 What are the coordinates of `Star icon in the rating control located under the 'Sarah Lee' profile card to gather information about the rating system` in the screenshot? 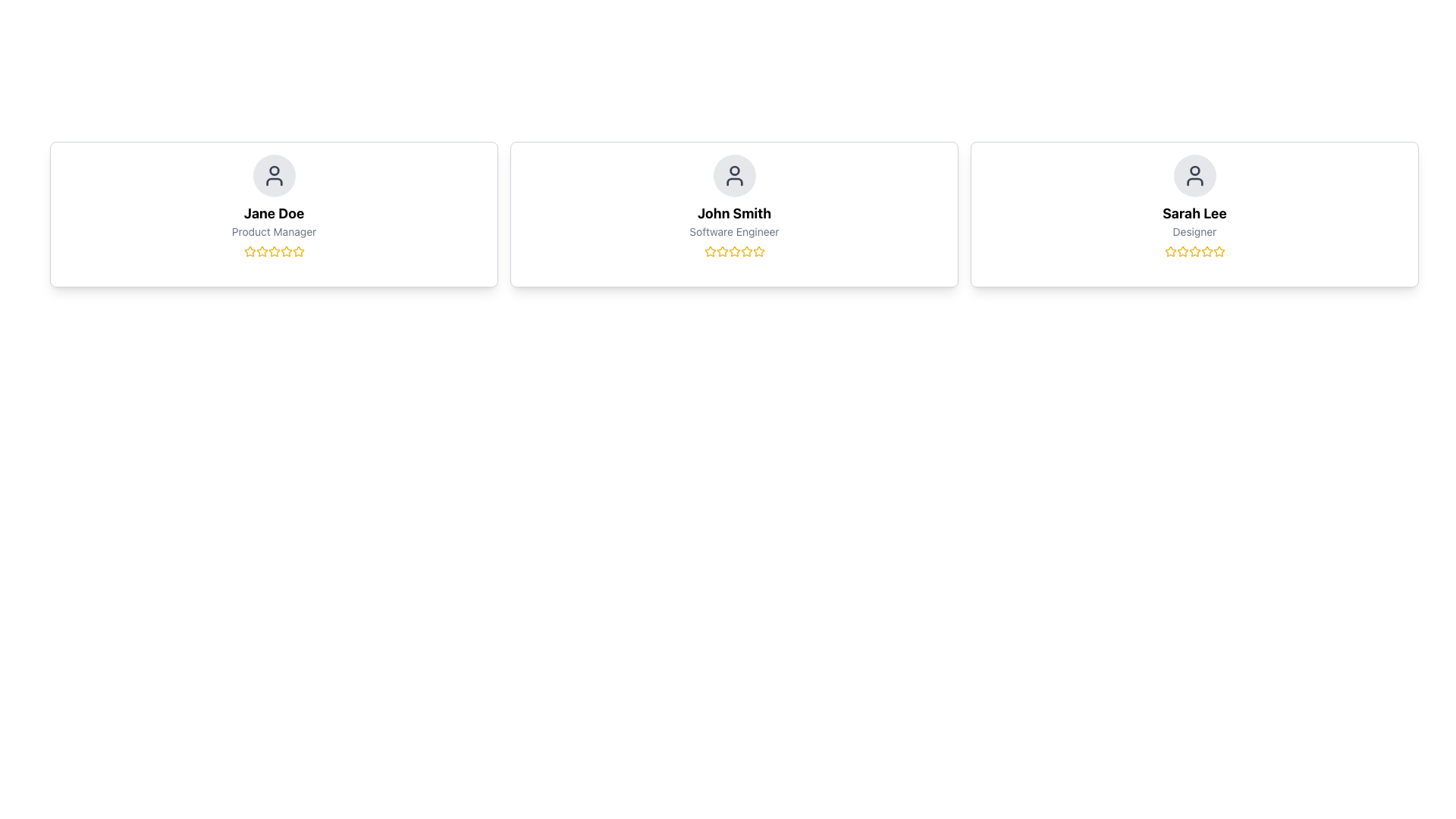 It's located at (1181, 250).